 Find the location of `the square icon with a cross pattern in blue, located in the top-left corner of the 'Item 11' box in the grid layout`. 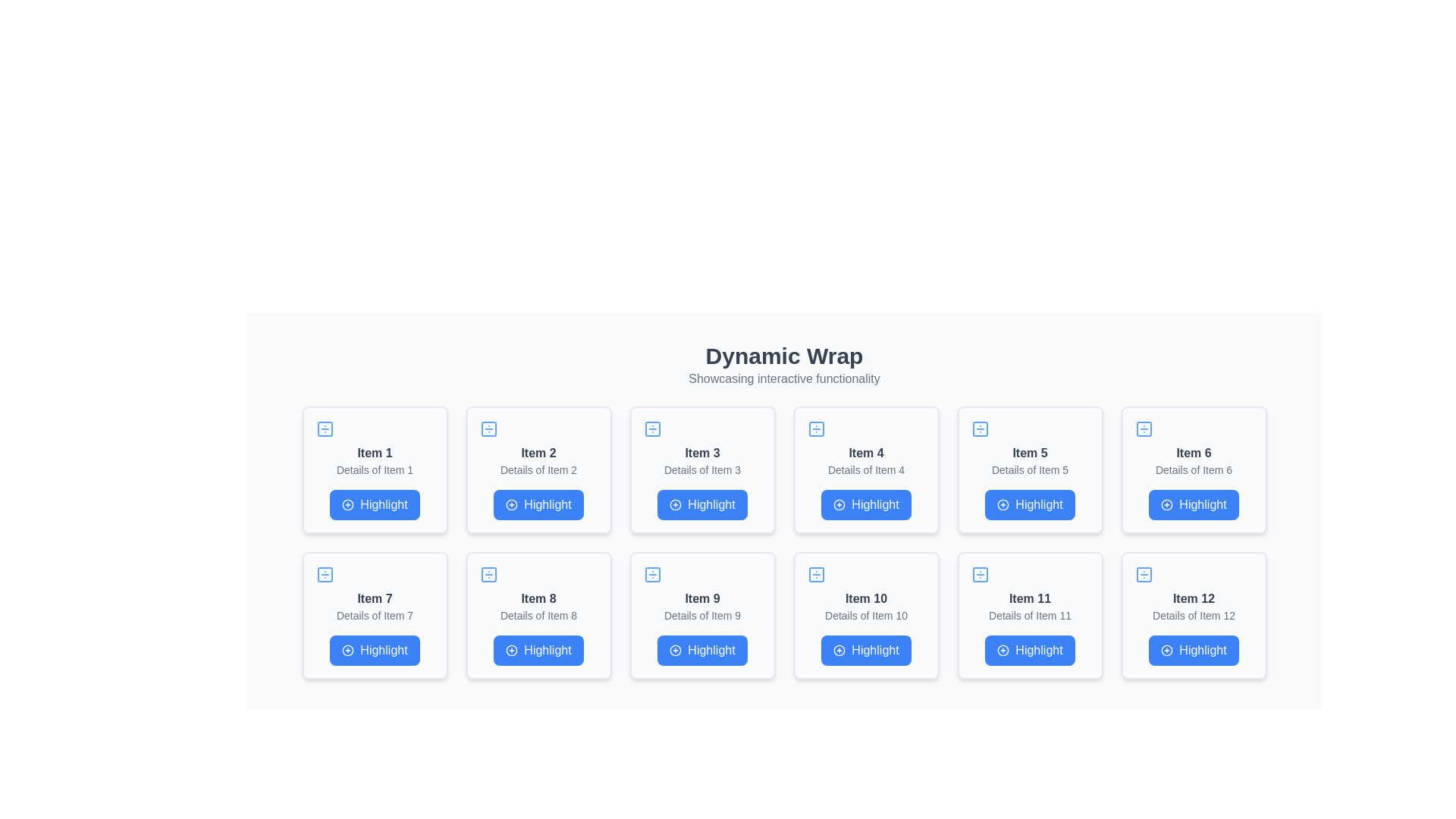

the square icon with a cross pattern in blue, located in the top-left corner of the 'Item 11' box in the grid layout is located at coordinates (980, 575).